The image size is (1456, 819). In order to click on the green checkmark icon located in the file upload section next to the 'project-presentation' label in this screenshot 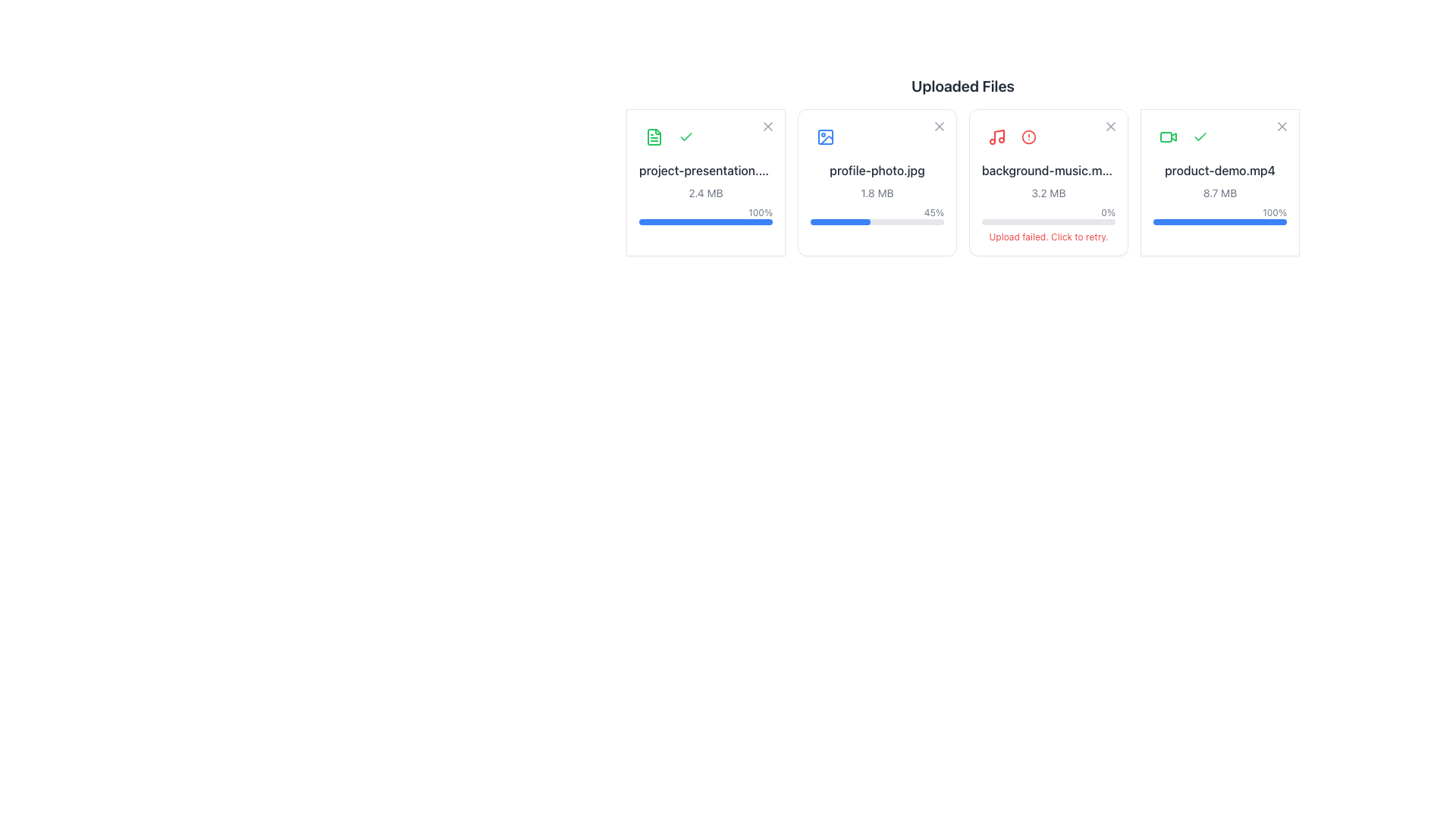, I will do `click(686, 137)`.